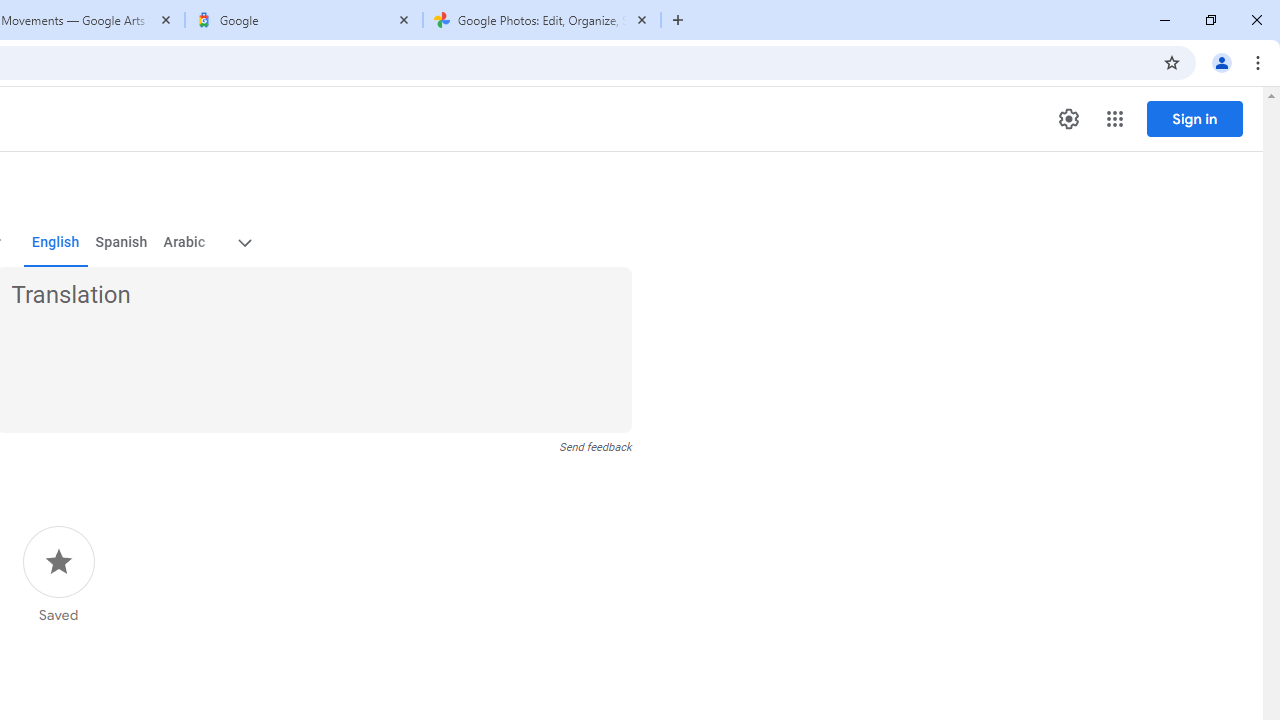 The image size is (1280, 720). Describe the element at coordinates (120, 242) in the screenshot. I see `'Spanish'` at that location.